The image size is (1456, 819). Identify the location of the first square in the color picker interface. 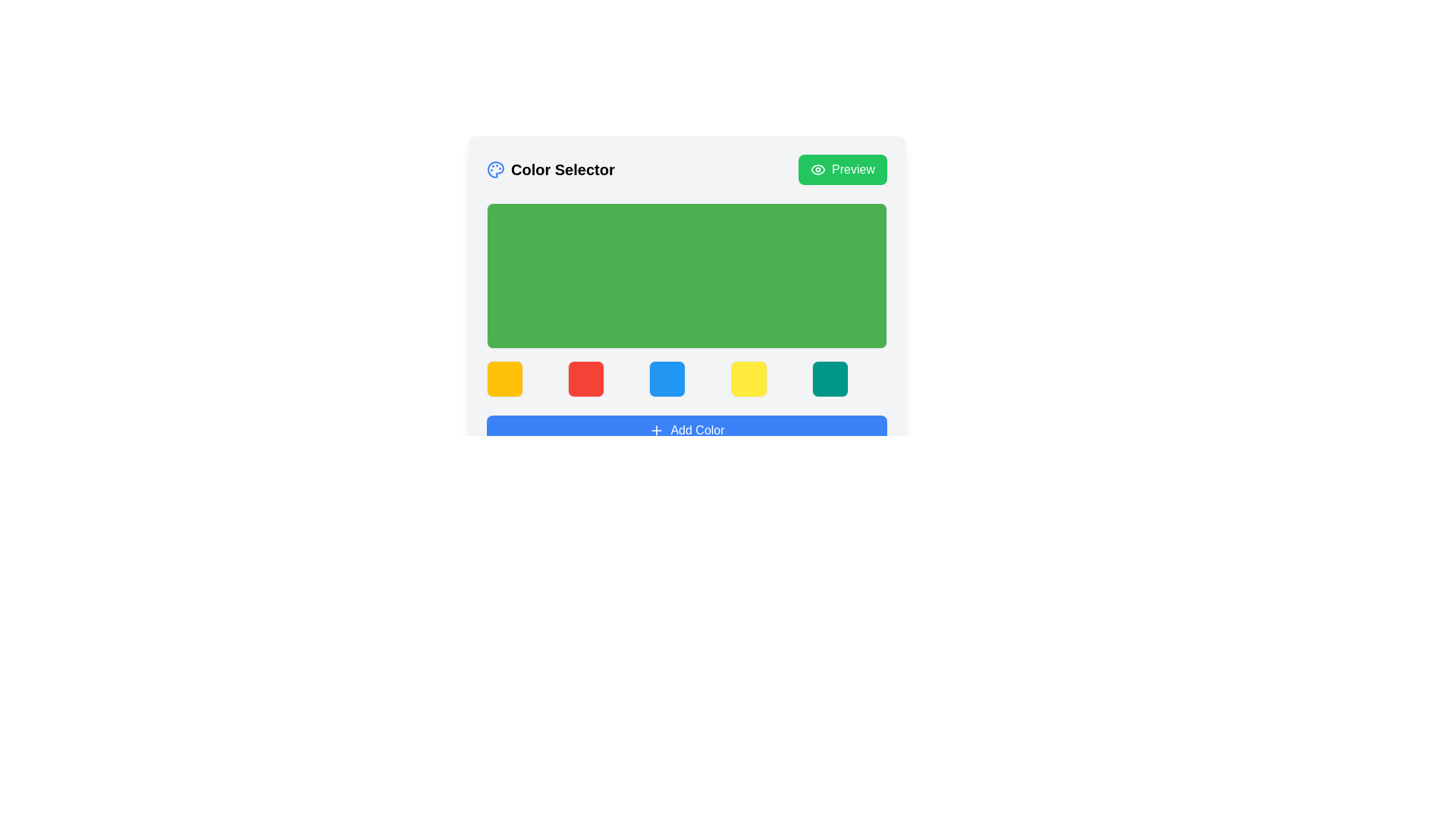
(505, 378).